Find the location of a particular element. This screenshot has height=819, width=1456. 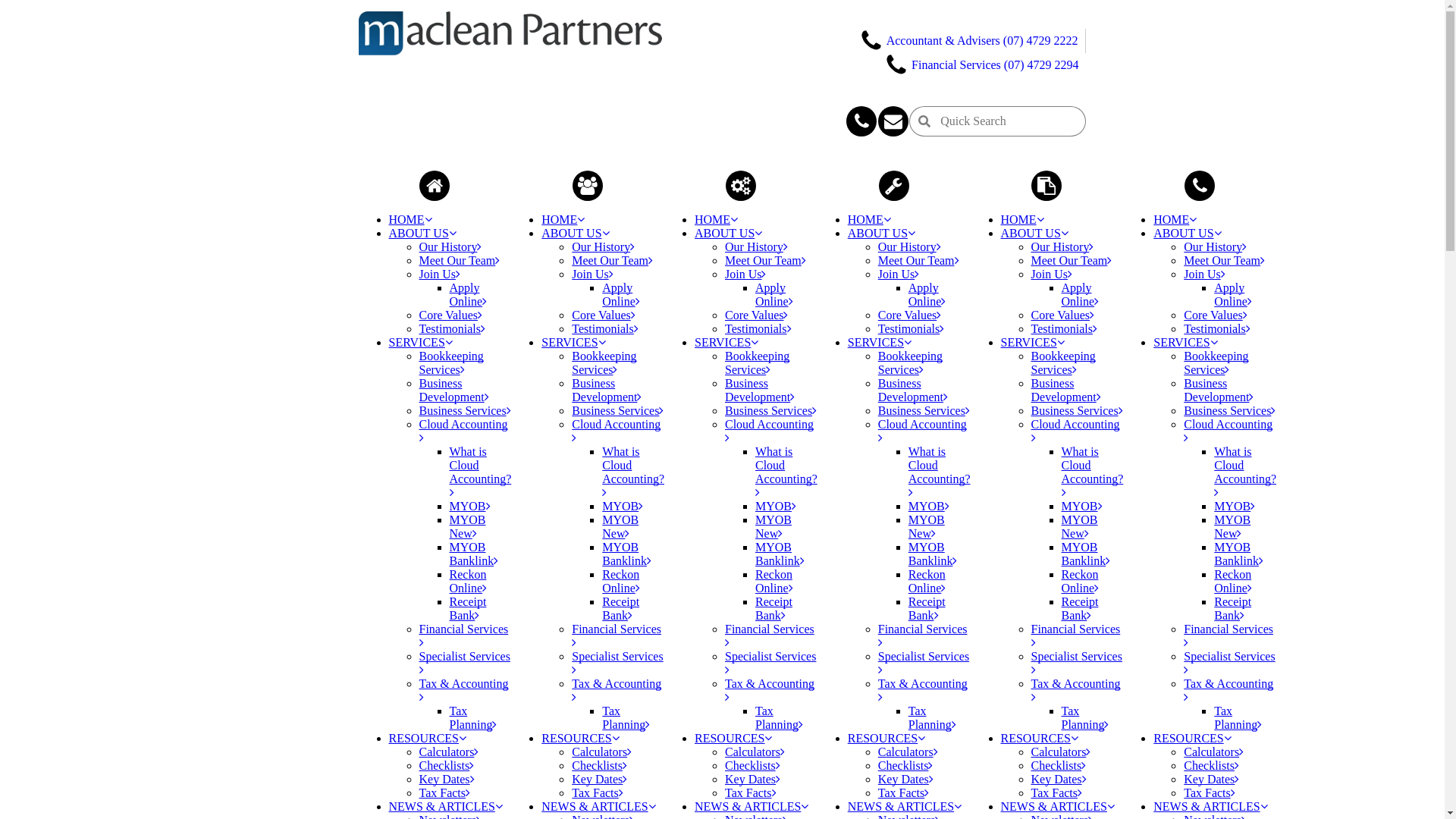

'ABOUT US' is located at coordinates (847, 233).